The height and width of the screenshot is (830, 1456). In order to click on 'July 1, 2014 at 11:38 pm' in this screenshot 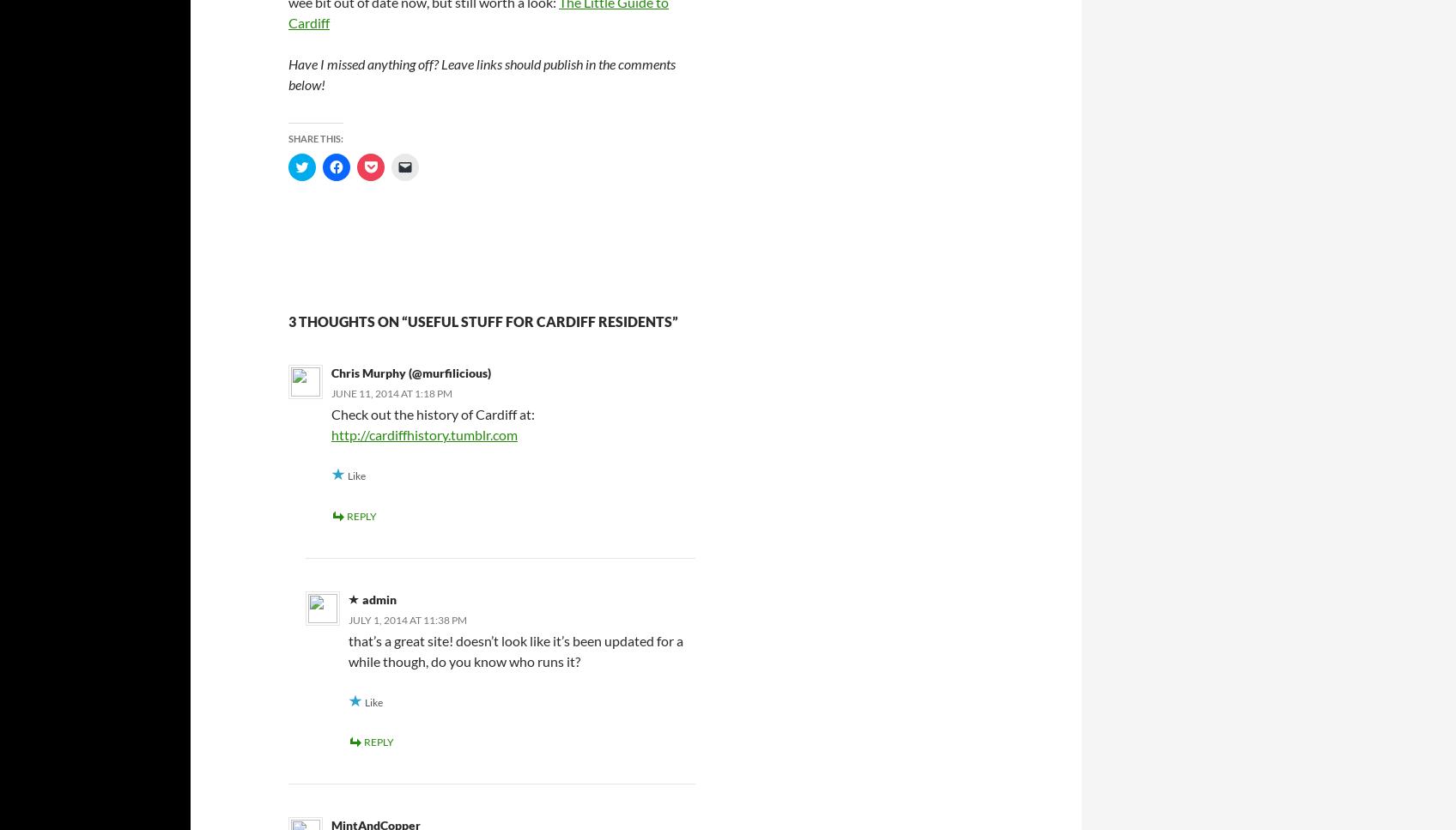, I will do `click(348, 618)`.